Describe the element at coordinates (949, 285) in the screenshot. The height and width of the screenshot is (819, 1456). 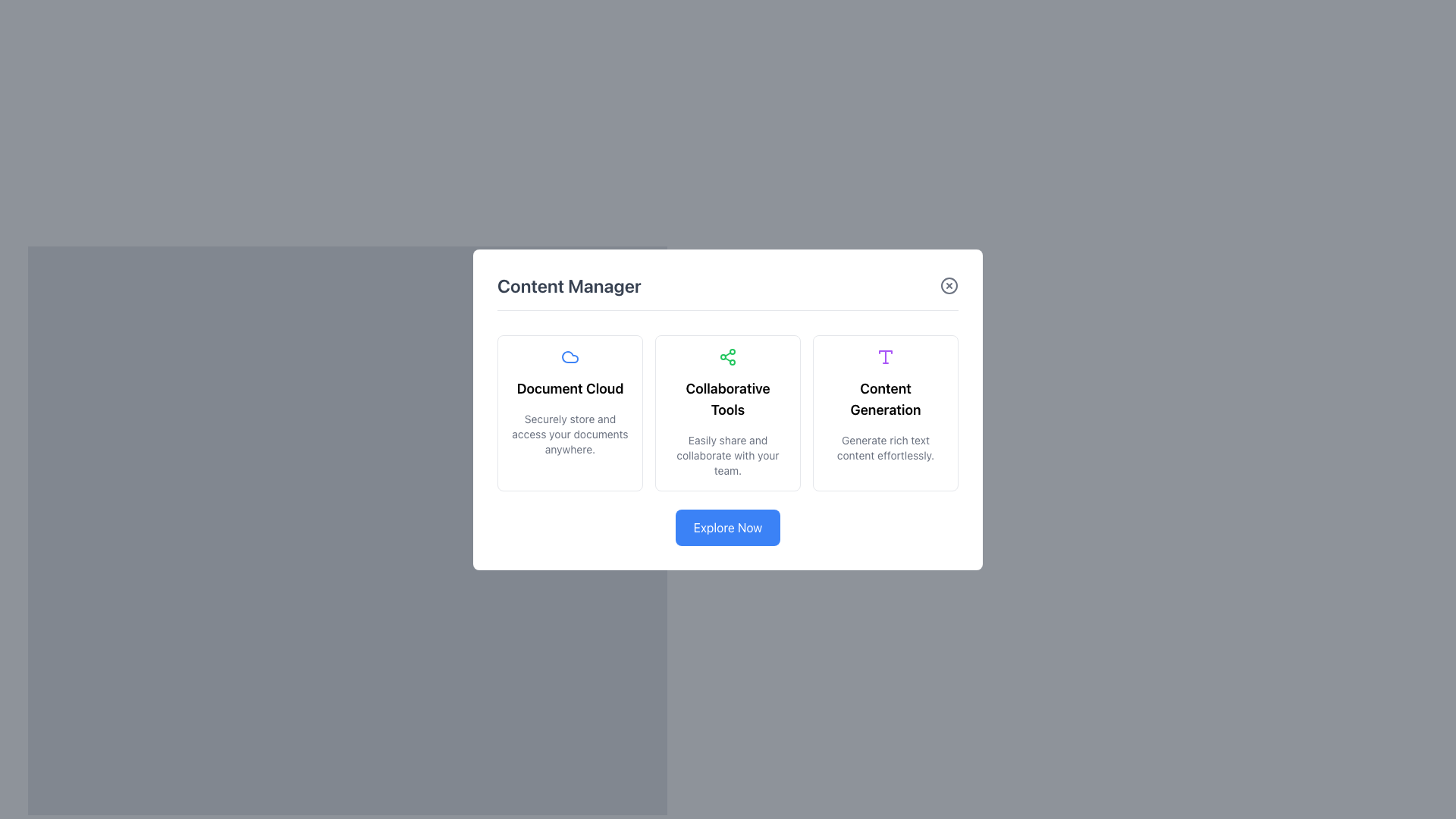
I see `the close button located in the top-right corner of the 'Content Manager' interface to change its color` at that location.